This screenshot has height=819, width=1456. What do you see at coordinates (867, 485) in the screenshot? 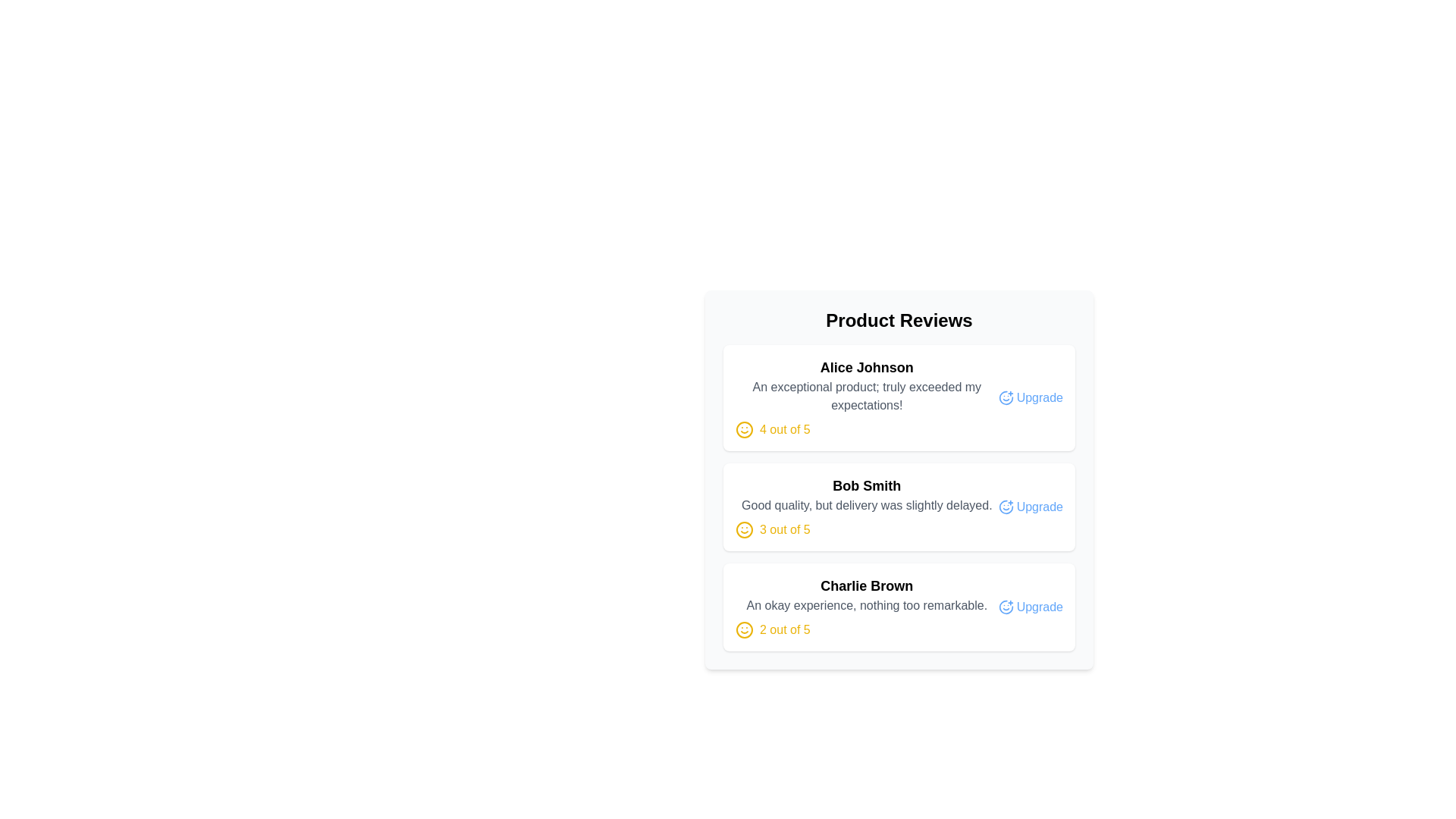
I see `the reviewer name Bob Smith to observe it` at bounding box center [867, 485].